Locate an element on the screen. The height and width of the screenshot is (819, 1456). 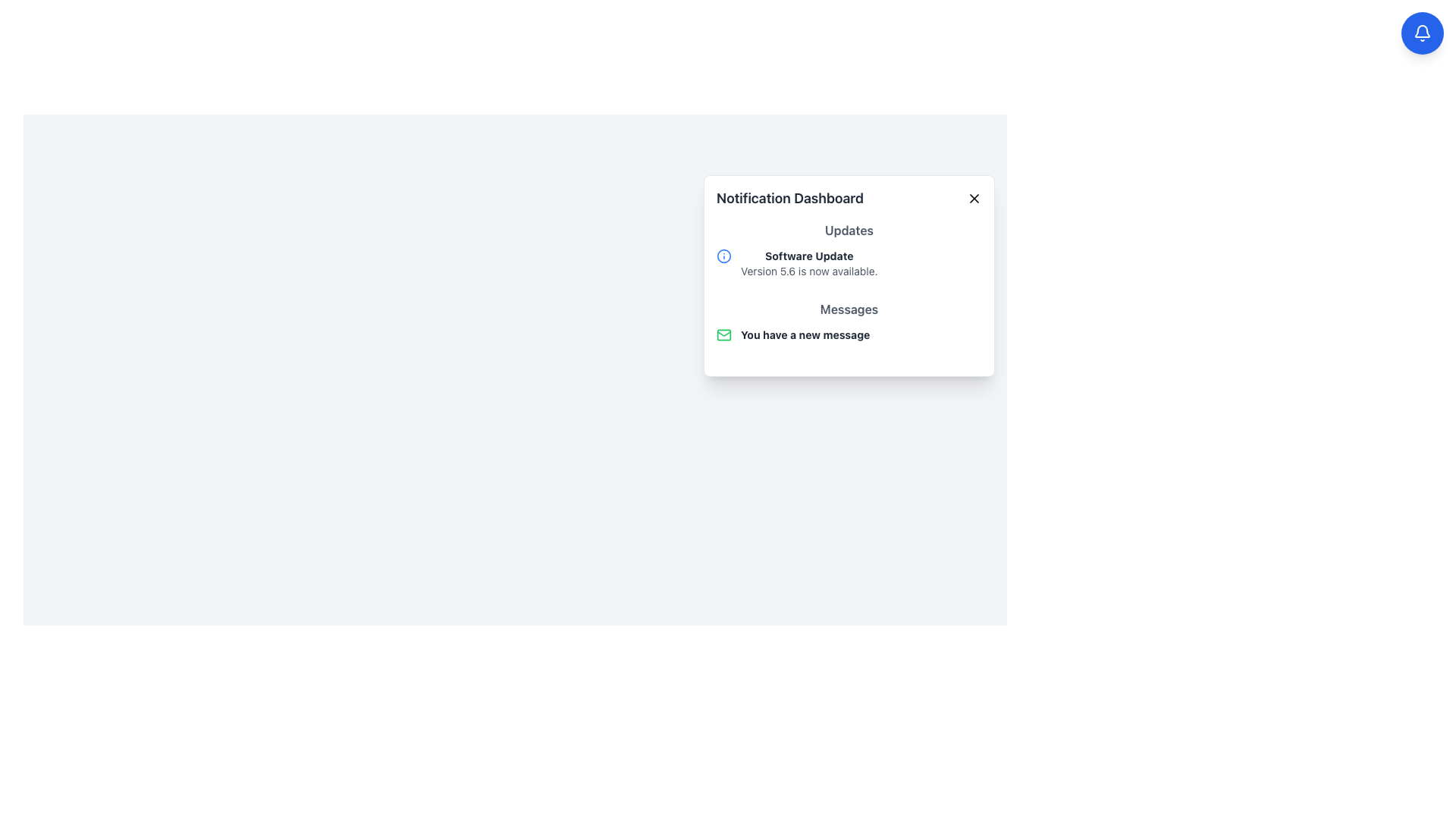
the static text element labeled 'Messages' in the 'Notification Dashboard', which indicates the section related to messages or notifications is located at coordinates (848, 309).